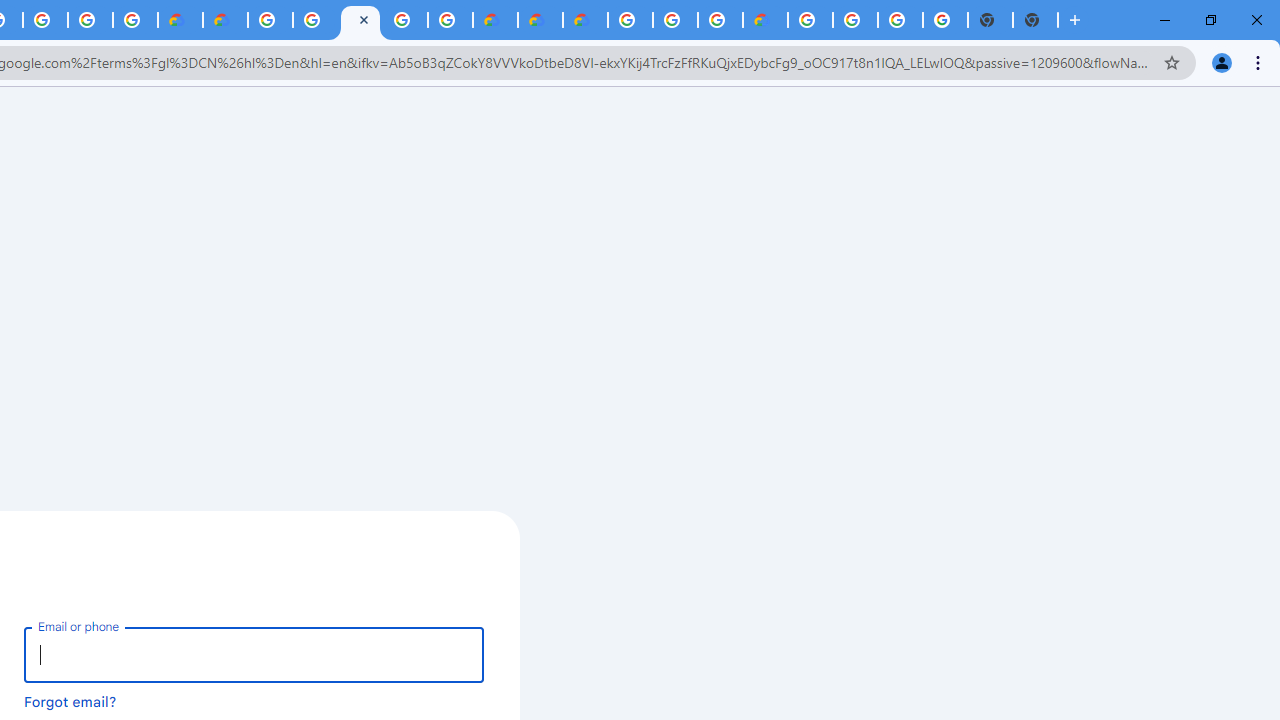 Image resolution: width=1280 pixels, height=720 pixels. Describe the element at coordinates (495, 20) in the screenshot. I see `'Customer Care | Google Cloud'` at that location.